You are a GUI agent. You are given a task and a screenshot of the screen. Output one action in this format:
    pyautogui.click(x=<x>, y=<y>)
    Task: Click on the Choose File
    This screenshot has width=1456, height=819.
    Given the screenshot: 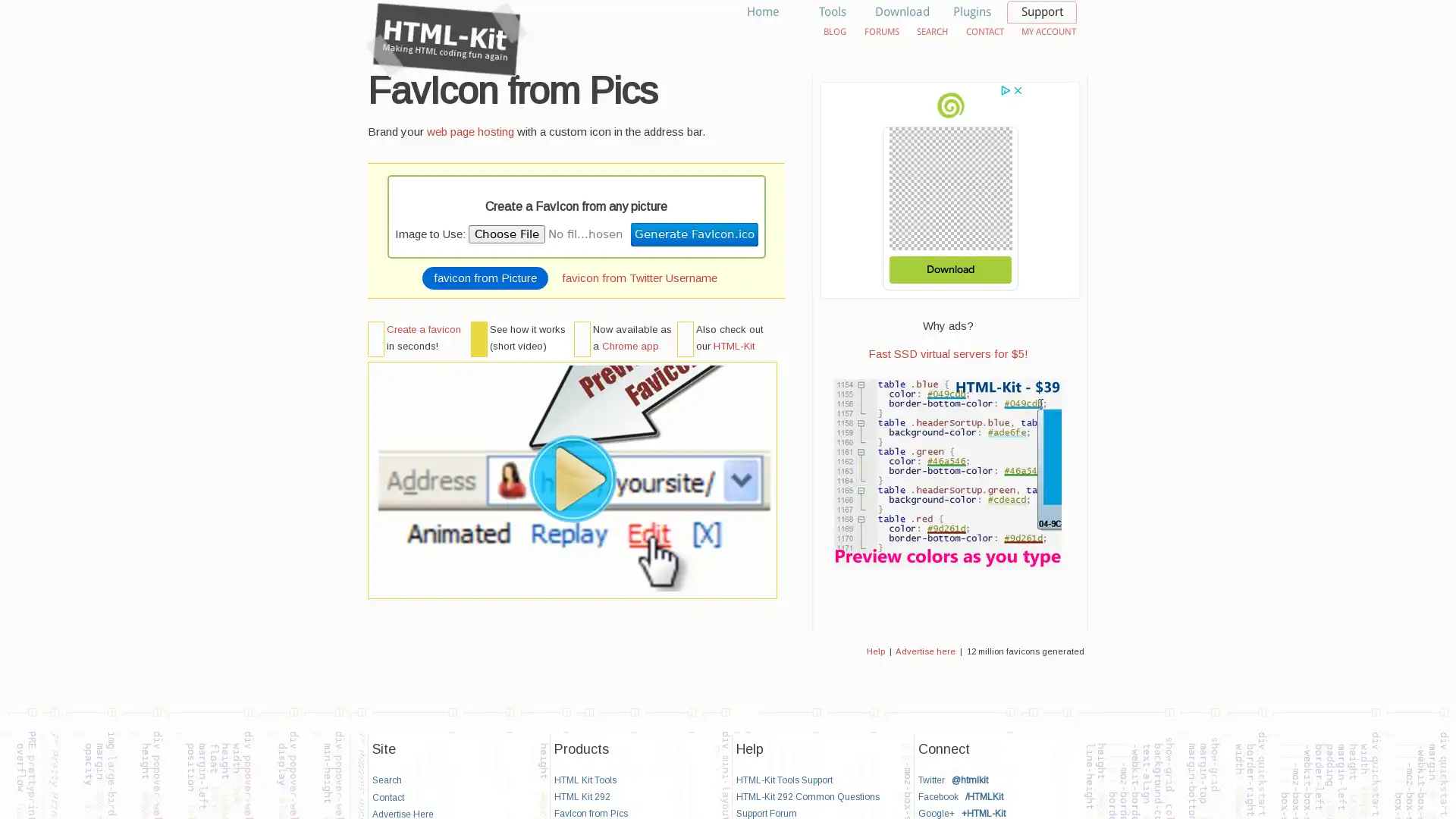 What is the action you would take?
    pyautogui.click(x=506, y=234)
    